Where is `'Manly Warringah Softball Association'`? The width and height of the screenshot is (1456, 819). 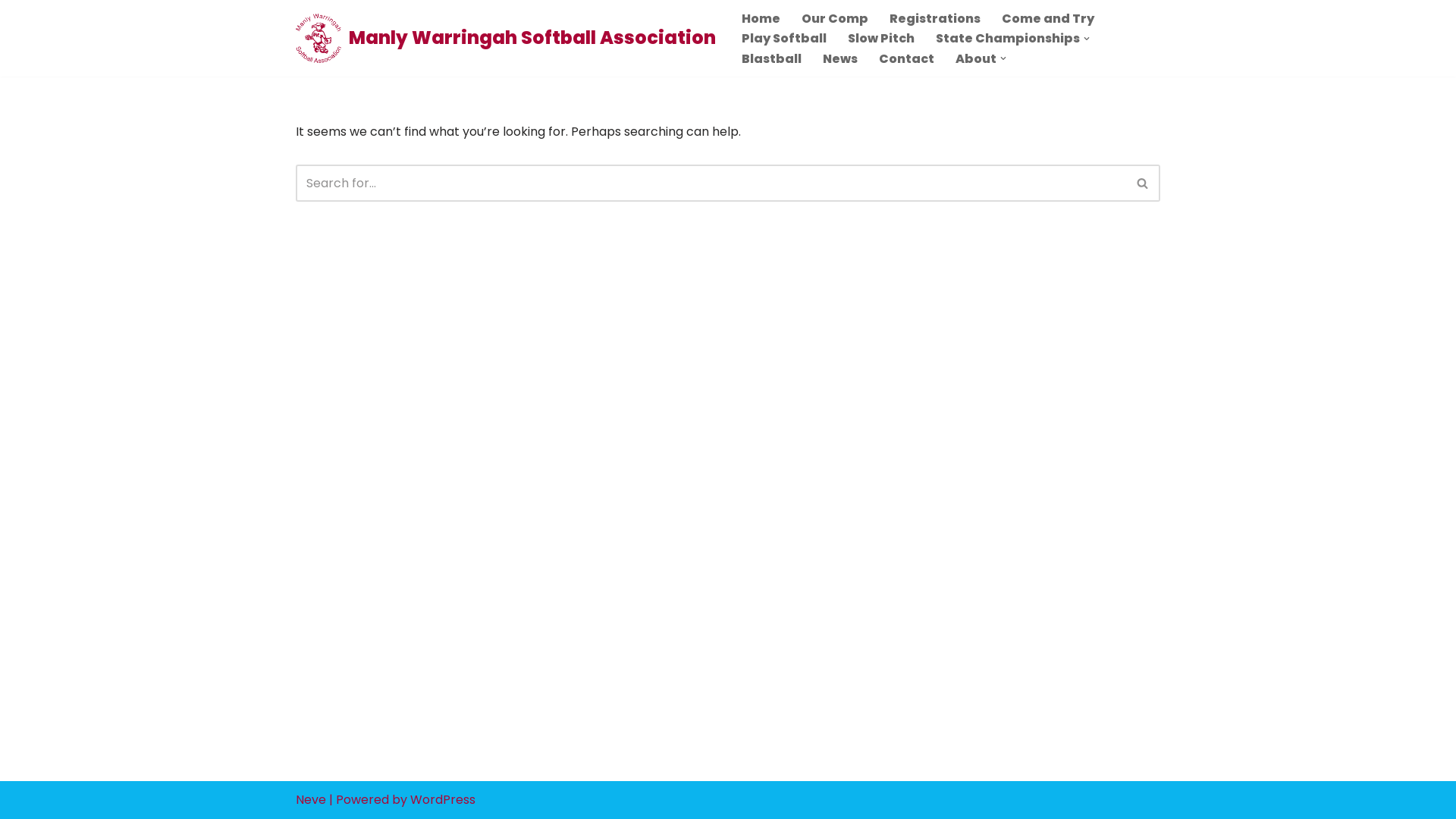 'Manly Warringah Softball Association' is located at coordinates (506, 37).